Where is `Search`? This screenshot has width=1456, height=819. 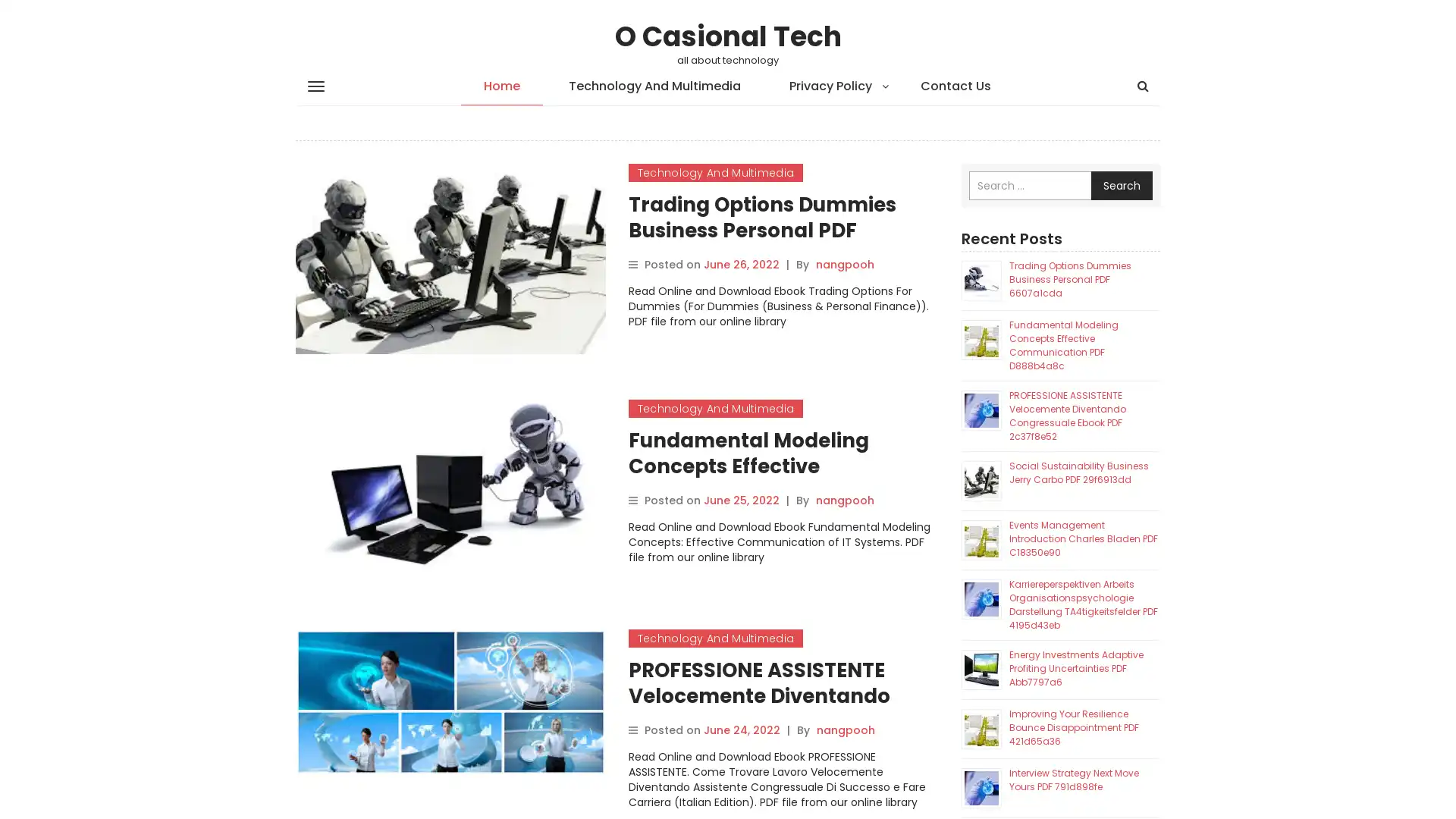 Search is located at coordinates (1122, 185).